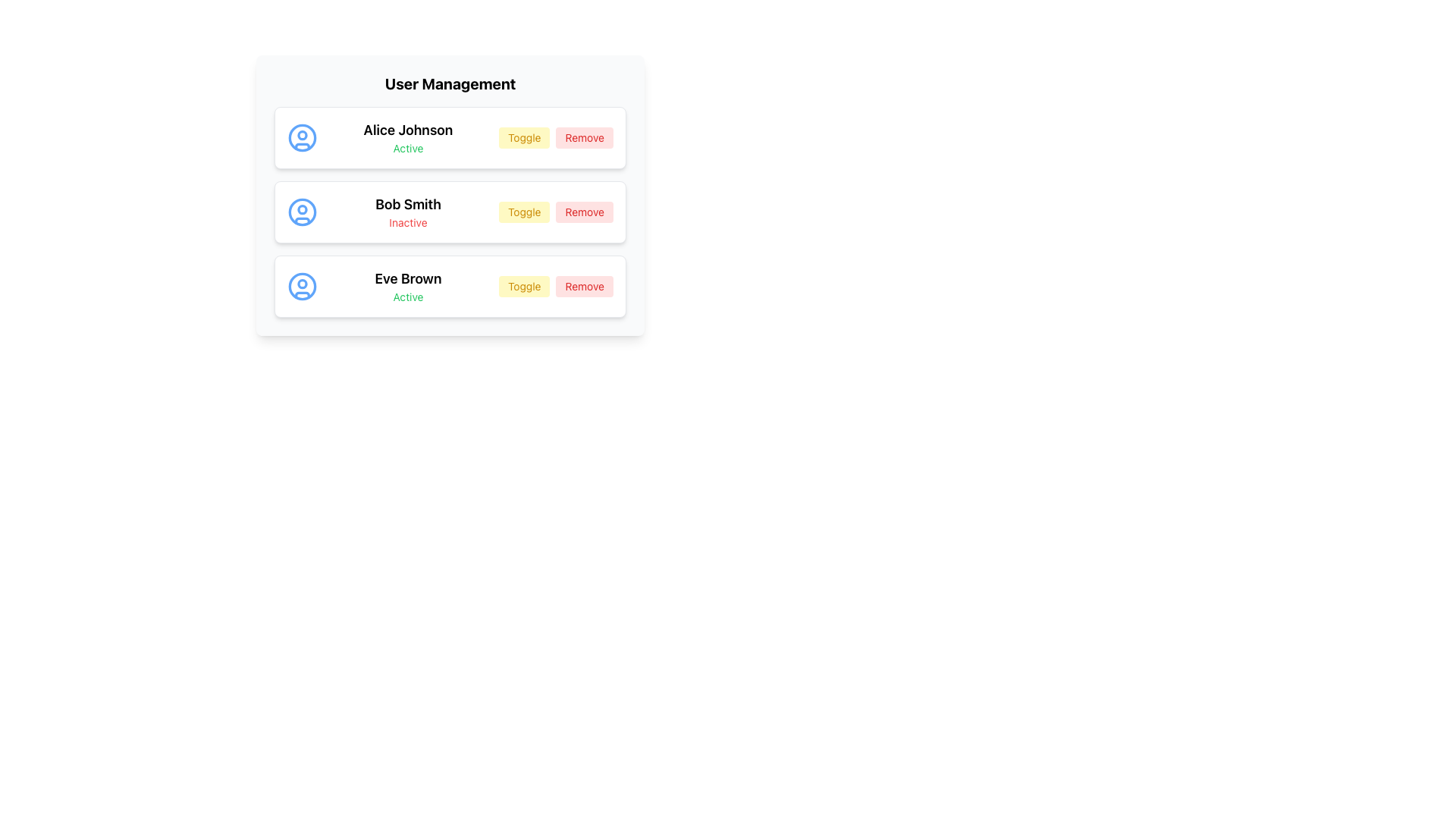 The image size is (1456, 819). Describe the element at coordinates (302, 137) in the screenshot. I see `the SVG circle graphic that visually represents a part of Alice Johnson's user profile picture in the user management card list` at that location.